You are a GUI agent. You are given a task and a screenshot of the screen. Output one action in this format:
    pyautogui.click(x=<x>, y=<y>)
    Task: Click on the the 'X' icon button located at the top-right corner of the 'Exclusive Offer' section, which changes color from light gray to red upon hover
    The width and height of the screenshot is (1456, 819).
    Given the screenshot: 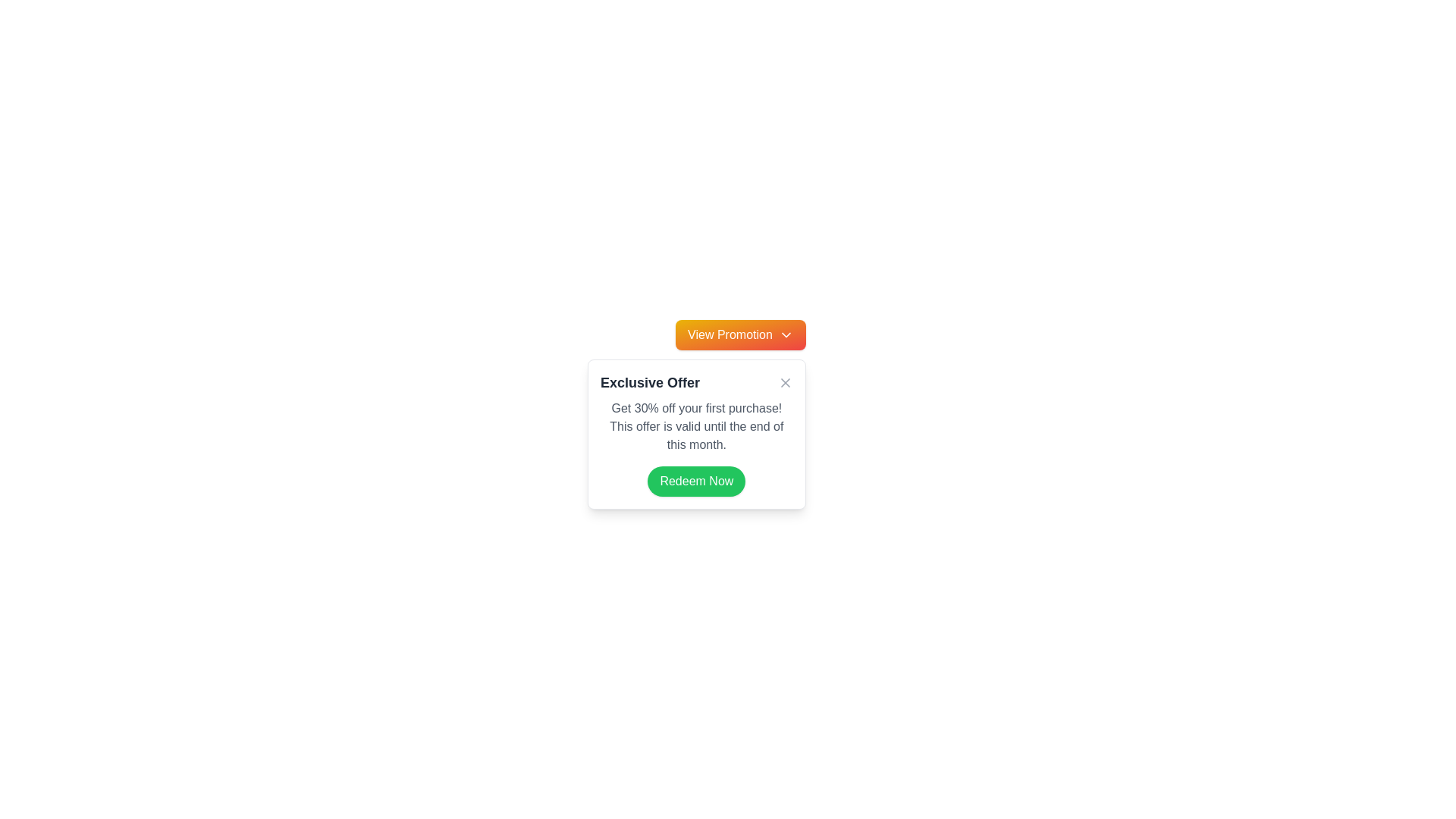 What is the action you would take?
    pyautogui.click(x=785, y=382)
    